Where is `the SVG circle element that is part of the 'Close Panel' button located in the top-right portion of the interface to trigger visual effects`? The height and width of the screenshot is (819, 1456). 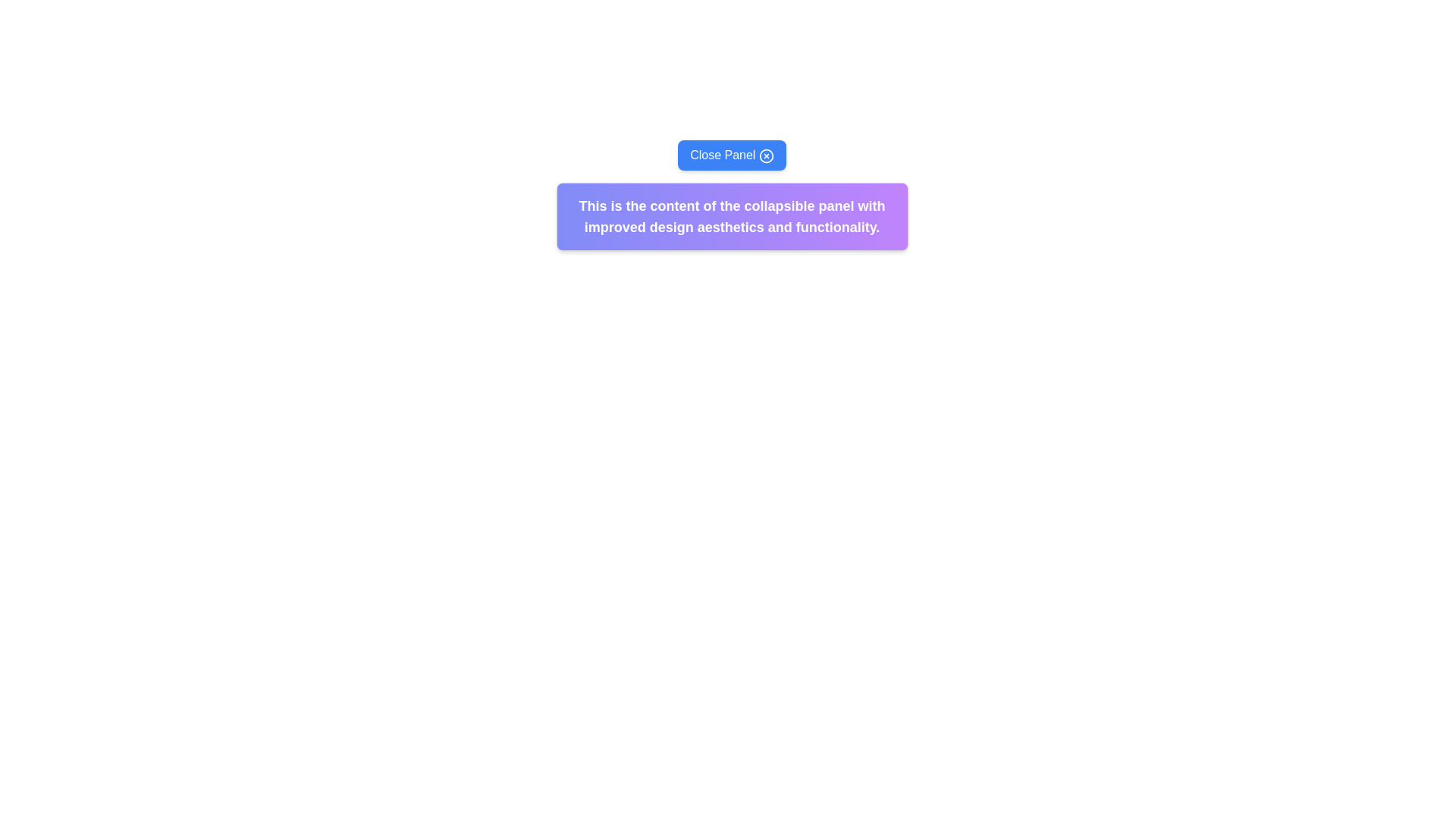
the SVG circle element that is part of the 'Close Panel' button located in the top-right portion of the interface to trigger visual effects is located at coordinates (766, 155).